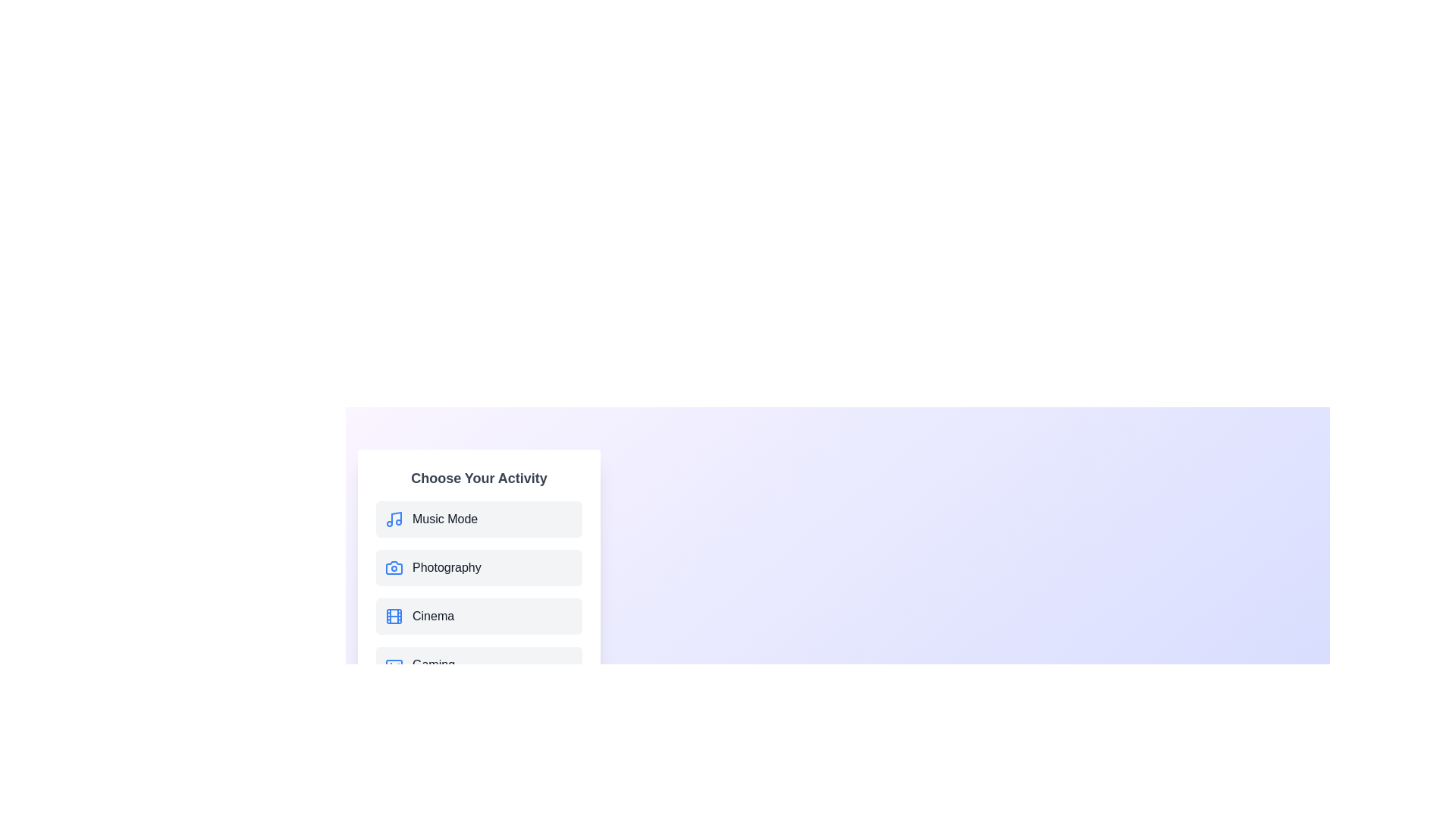  Describe the element at coordinates (836, 815) in the screenshot. I see `the toggle button to toggle the visibility of the Interactive Media Menu` at that location.